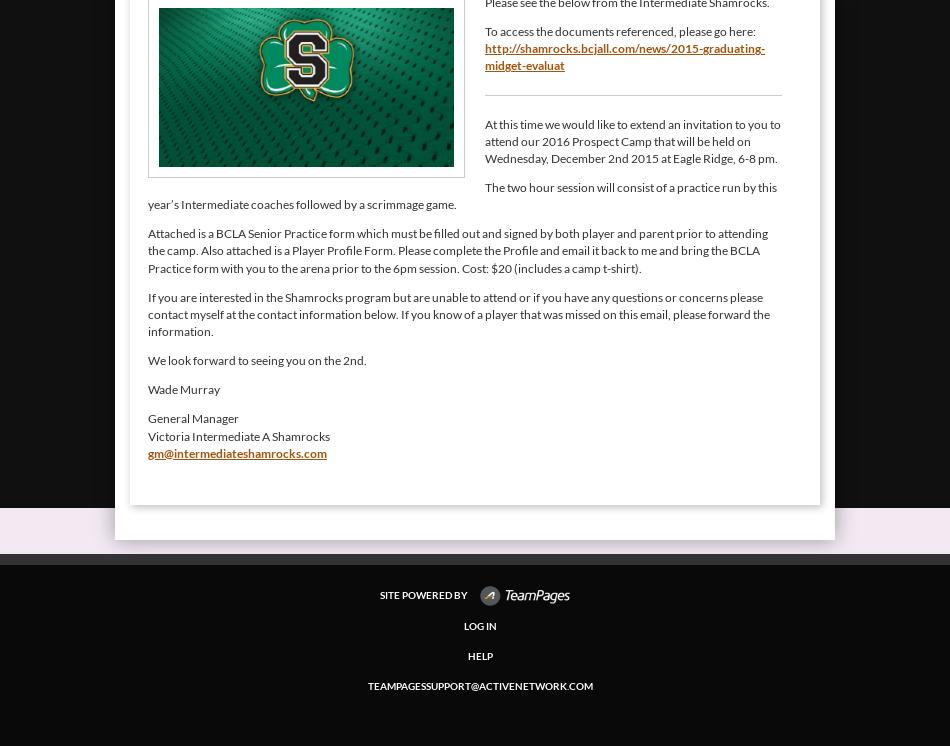 The width and height of the screenshot is (950, 746). What do you see at coordinates (148, 233) in the screenshot?
I see `'Attached is a'` at bounding box center [148, 233].